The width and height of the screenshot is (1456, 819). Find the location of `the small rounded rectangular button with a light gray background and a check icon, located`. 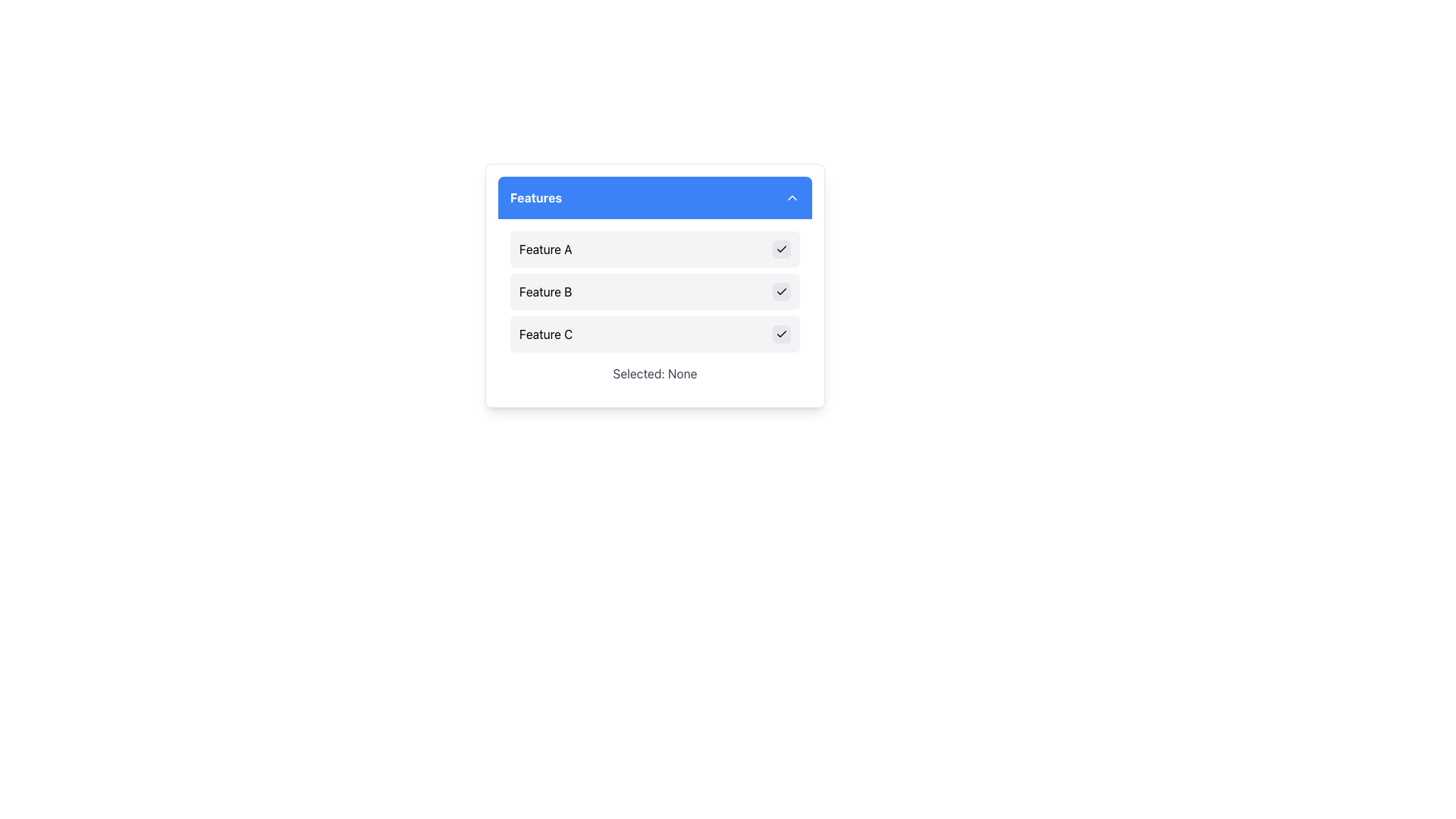

the small rounded rectangular button with a light gray background and a check icon, located is located at coordinates (782, 333).